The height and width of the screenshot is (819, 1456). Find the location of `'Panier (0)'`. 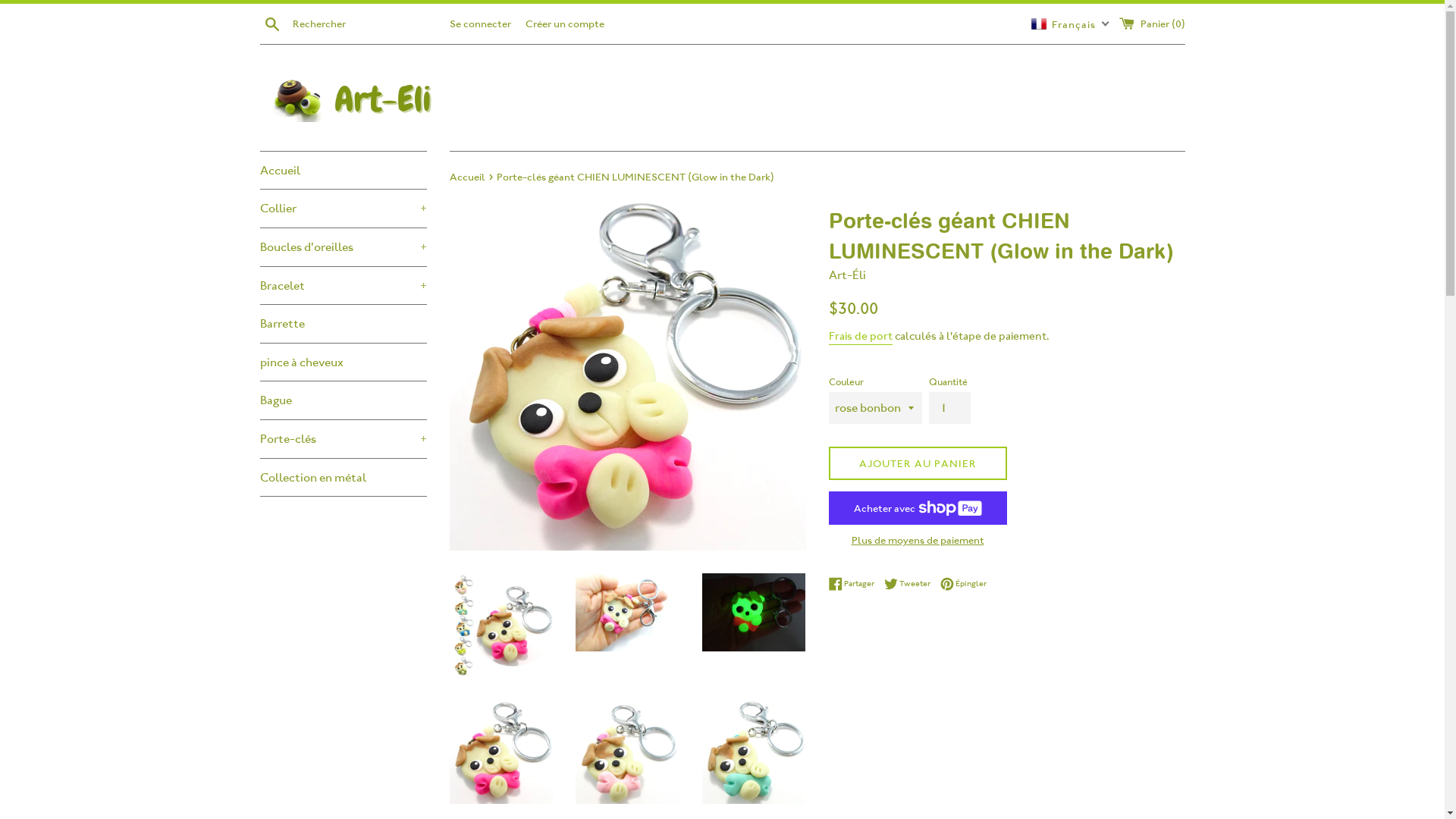

'Panier (0)' is located at coordinates (1152, 23).